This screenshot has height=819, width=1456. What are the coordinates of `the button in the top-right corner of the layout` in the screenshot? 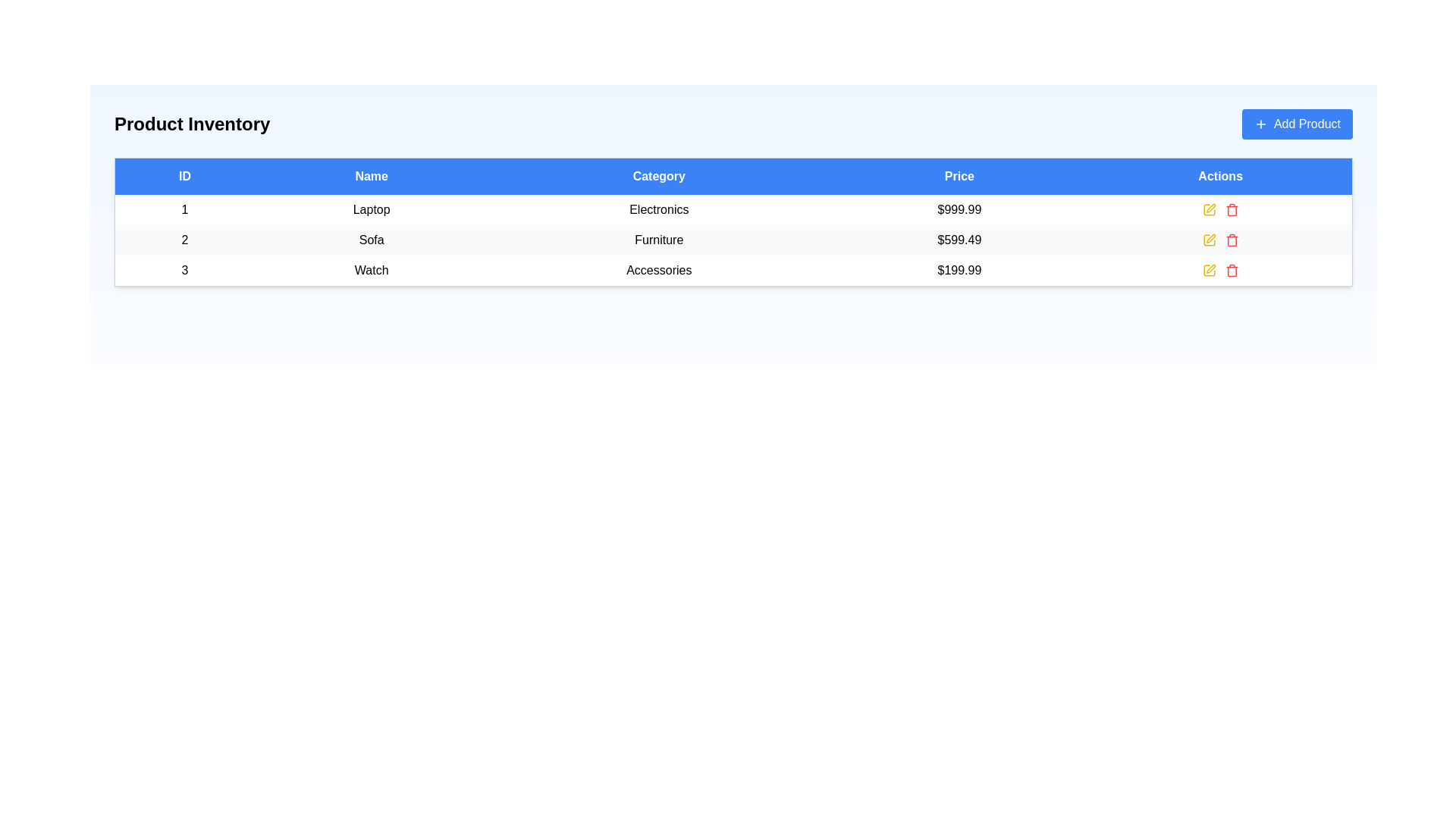 It's located at (1296, 124).